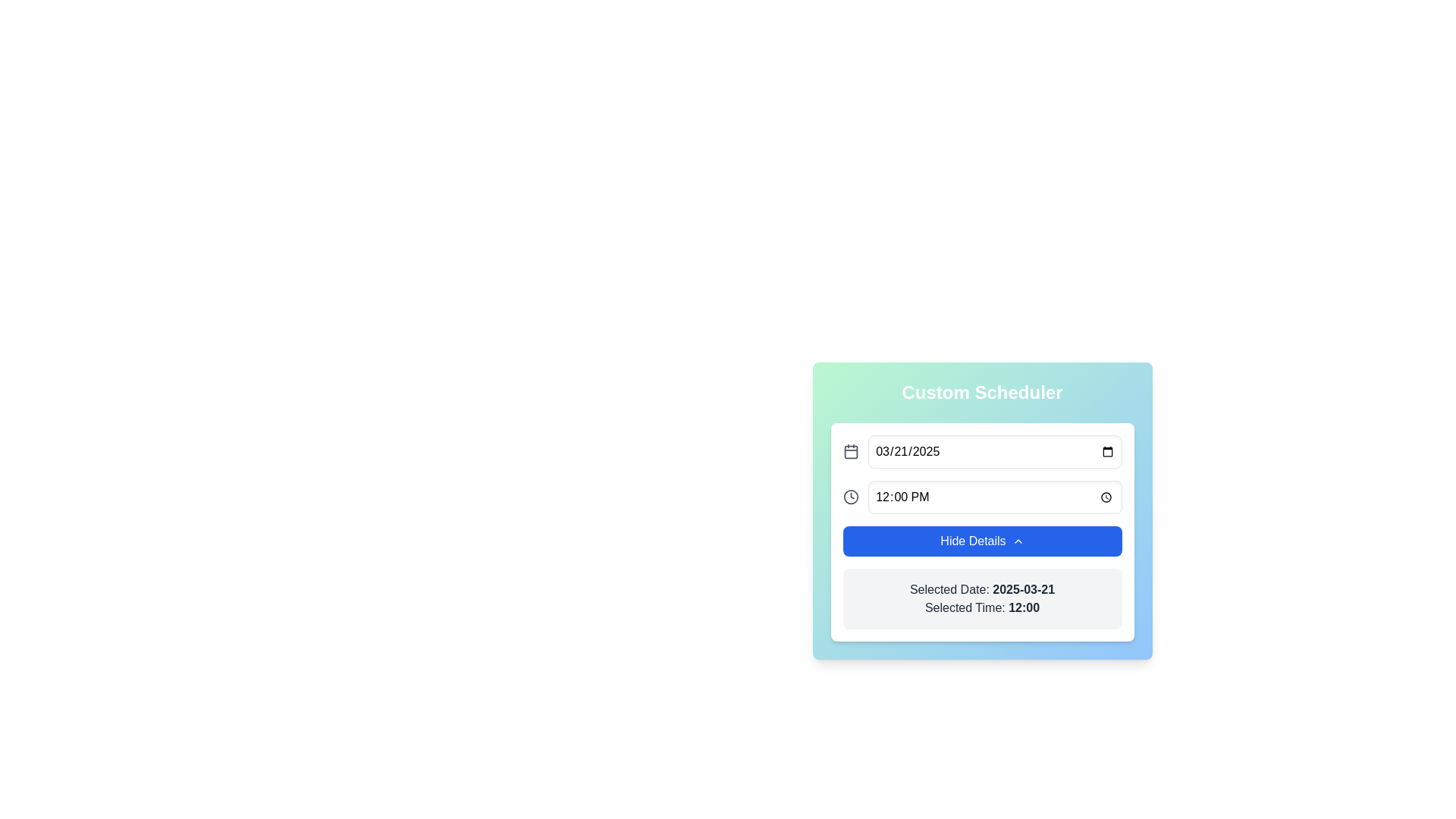 The image size is (1456, 819). Describe the element at coordinates (982, 473) in the screenshot. I see `the date and time input fields in the 'Custom Scheduler' card layout` at that location.